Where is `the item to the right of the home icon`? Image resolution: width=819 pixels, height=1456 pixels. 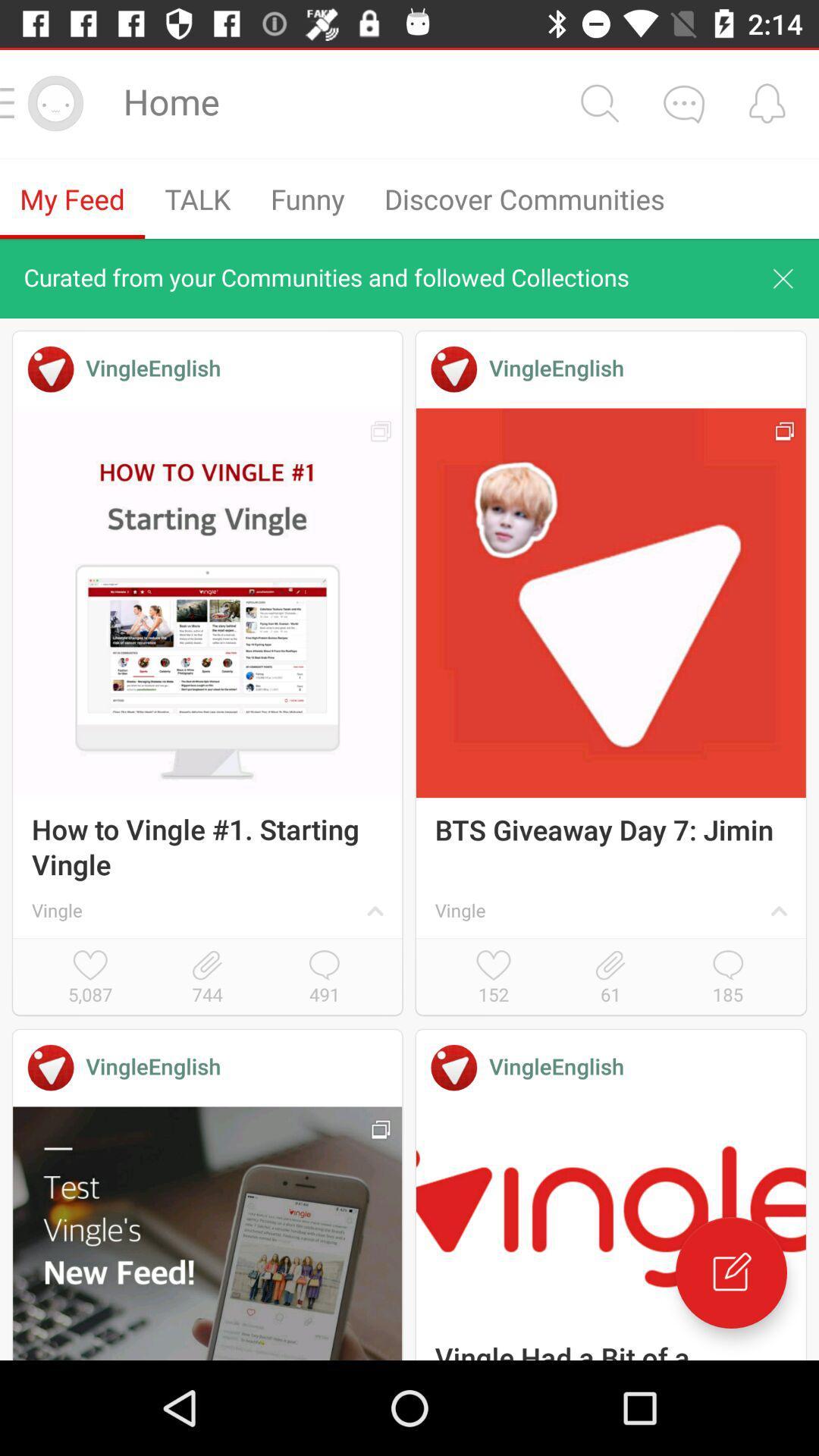 the item to the right of the home icon is located at coordinates (598, 102).